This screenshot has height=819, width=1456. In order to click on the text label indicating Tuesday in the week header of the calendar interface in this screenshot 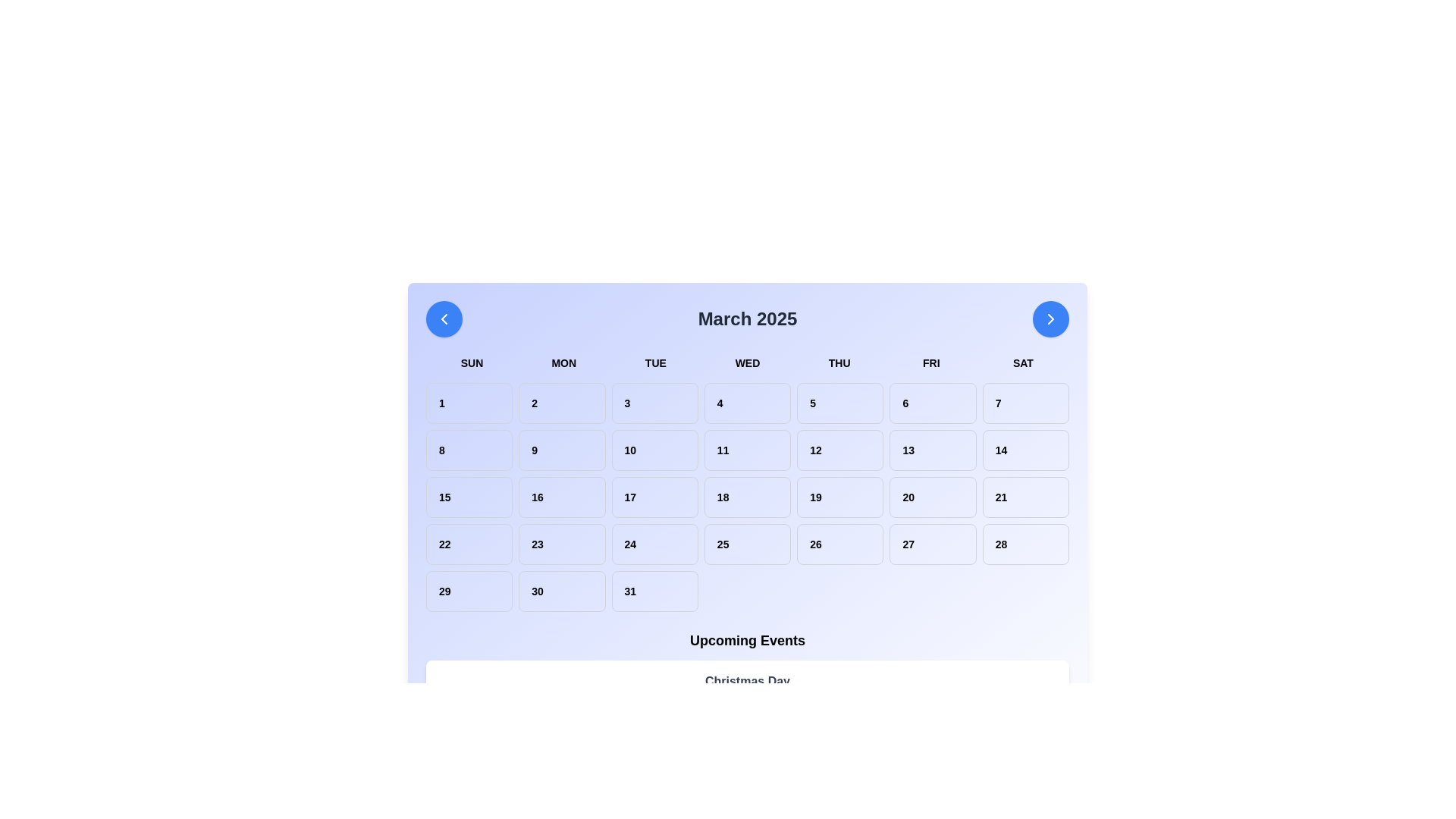, I will do `click(655, 362)`.